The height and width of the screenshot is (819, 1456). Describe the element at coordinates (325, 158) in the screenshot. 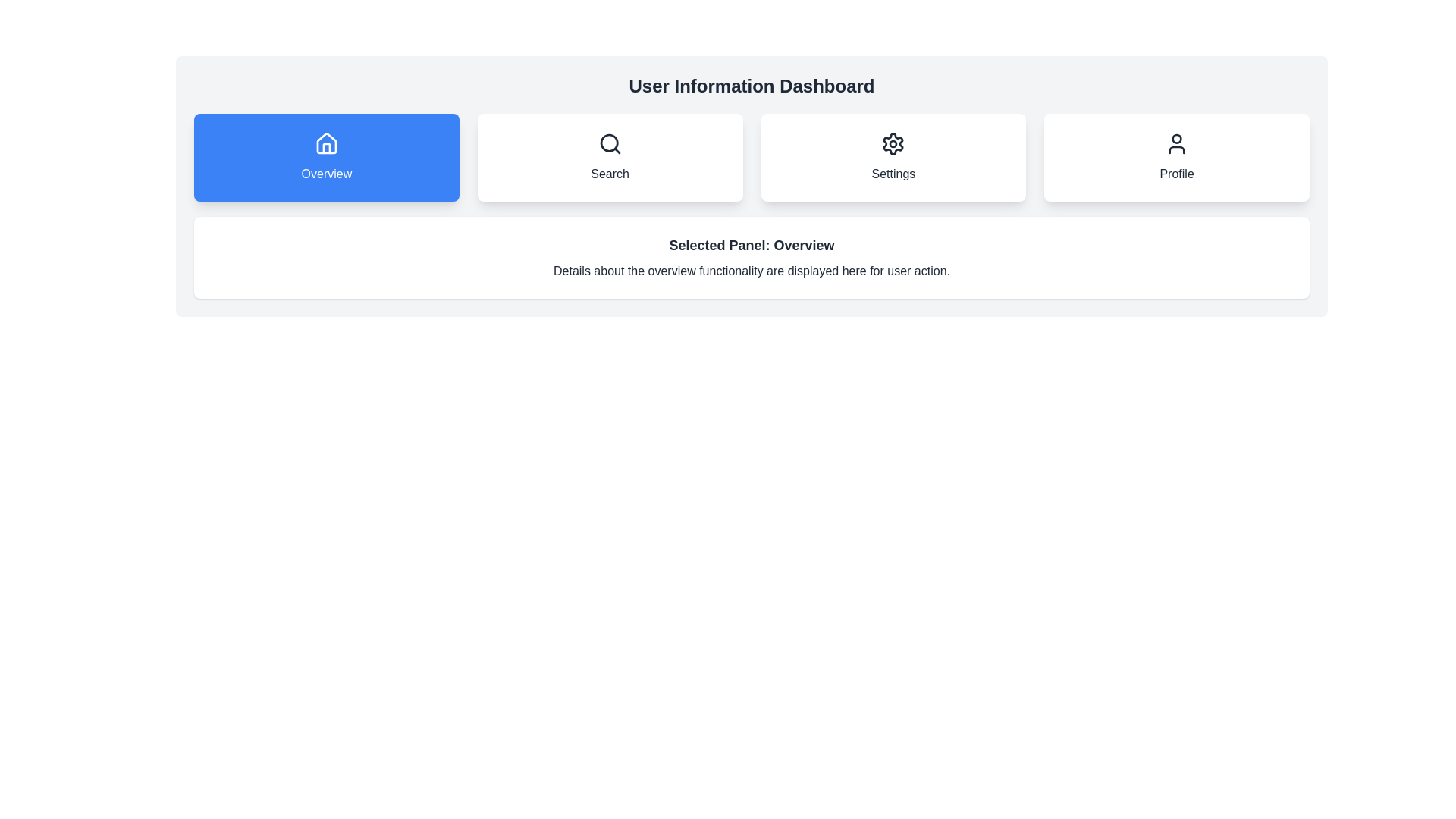

I see `the blue rounded button labeled 'Overview' located below the 'User Information Dashboard' title` at that location.